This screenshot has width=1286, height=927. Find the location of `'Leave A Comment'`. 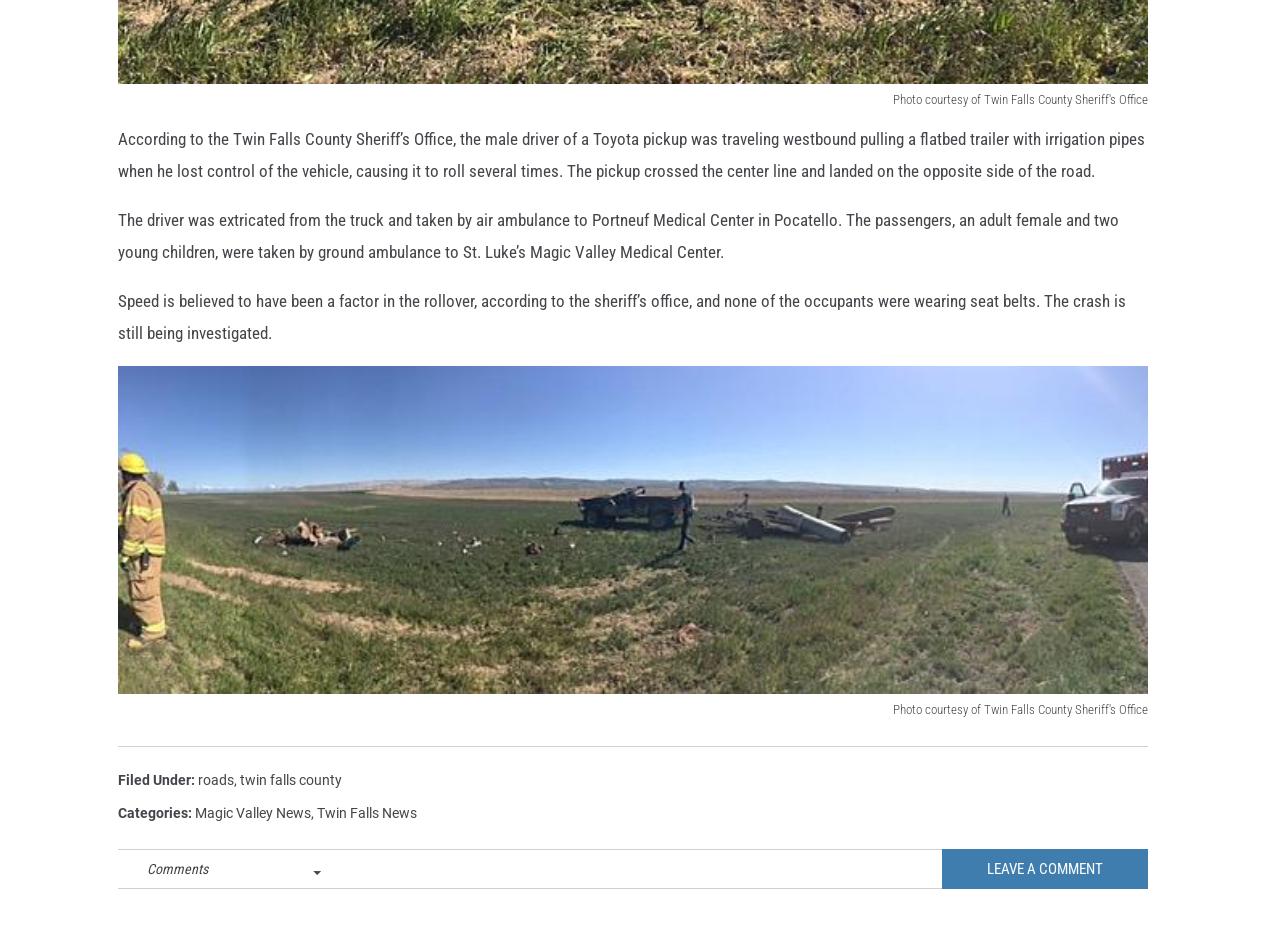

'Leave A Comment' is located at coordinates (1044, 900).